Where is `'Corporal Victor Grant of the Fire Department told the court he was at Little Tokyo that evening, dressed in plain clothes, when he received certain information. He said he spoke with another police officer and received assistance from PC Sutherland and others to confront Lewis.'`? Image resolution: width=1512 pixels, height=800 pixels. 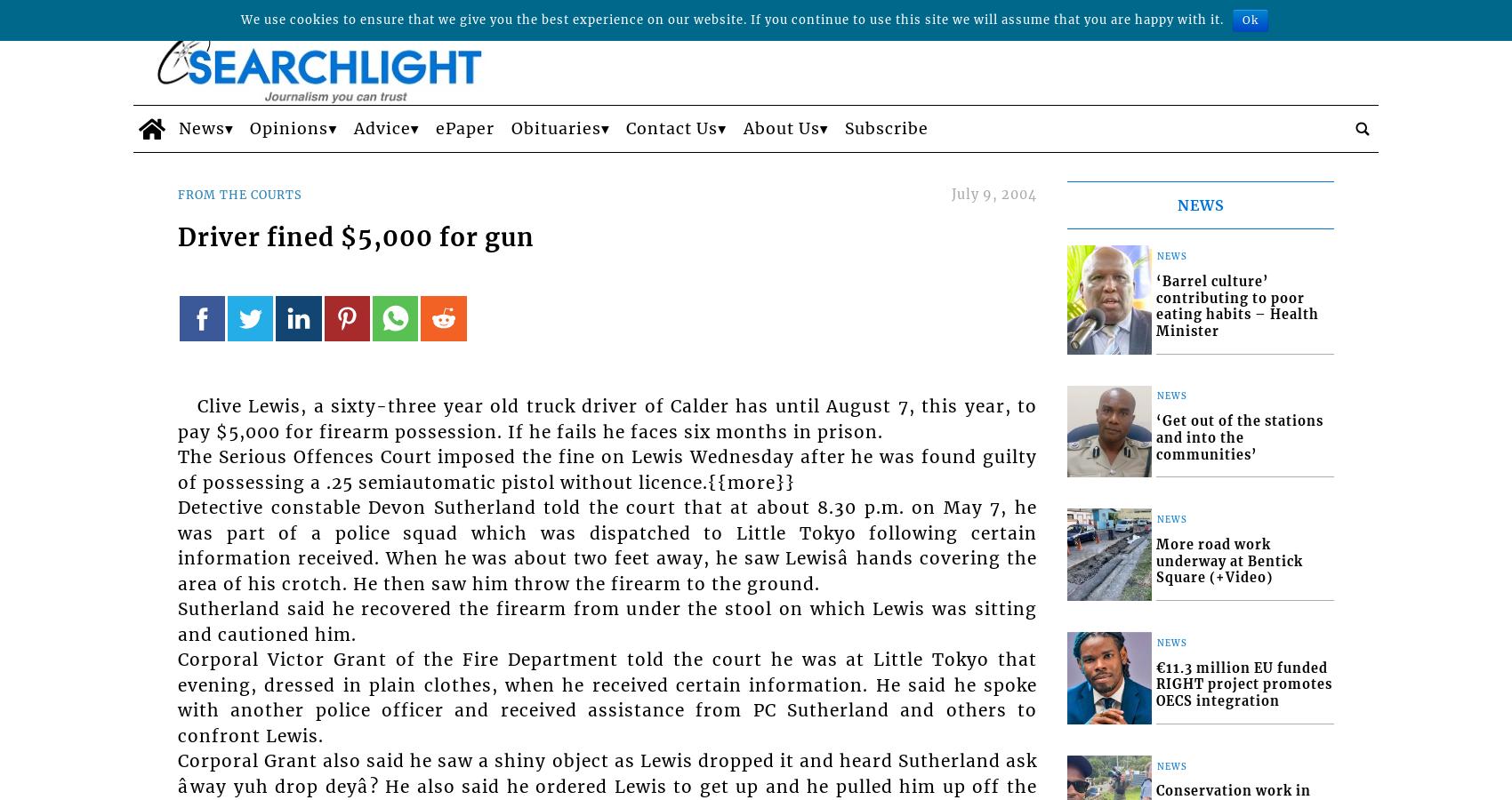
'Corporal Victor Grant of the Fire Department told the court he was at Little Tokyo that evening, dressed in plain clothes, when he received certain information. He said he spoke with another police officer and received assistance from PC Sutherland and others to confront Lewis.' is located at coordinates (607, 696).